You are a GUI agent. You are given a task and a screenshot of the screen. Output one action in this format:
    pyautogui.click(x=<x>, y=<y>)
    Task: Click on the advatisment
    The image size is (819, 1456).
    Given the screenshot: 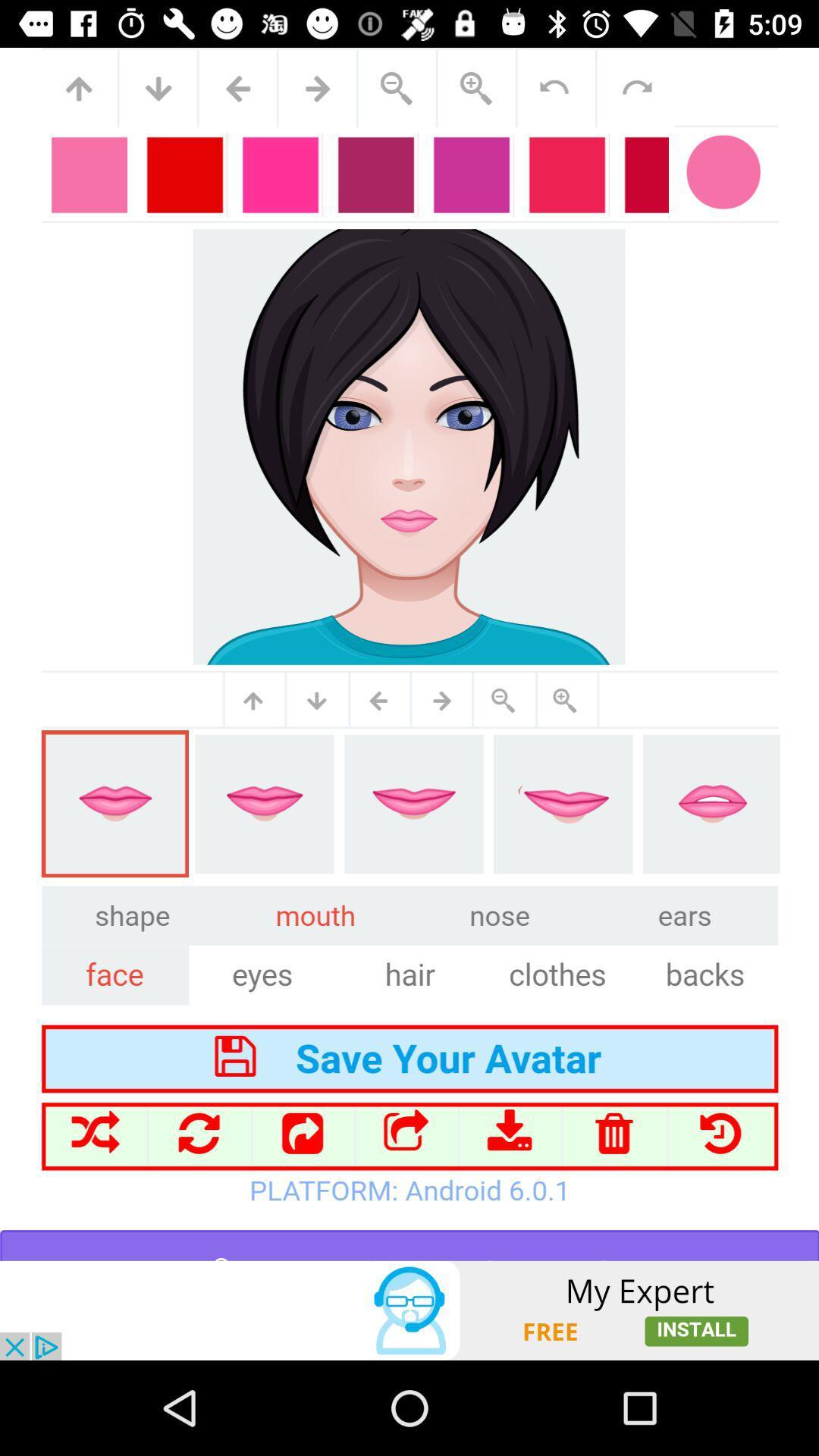 What is the action you would take?
    pyautogui.click(x=409, y=1310)
    